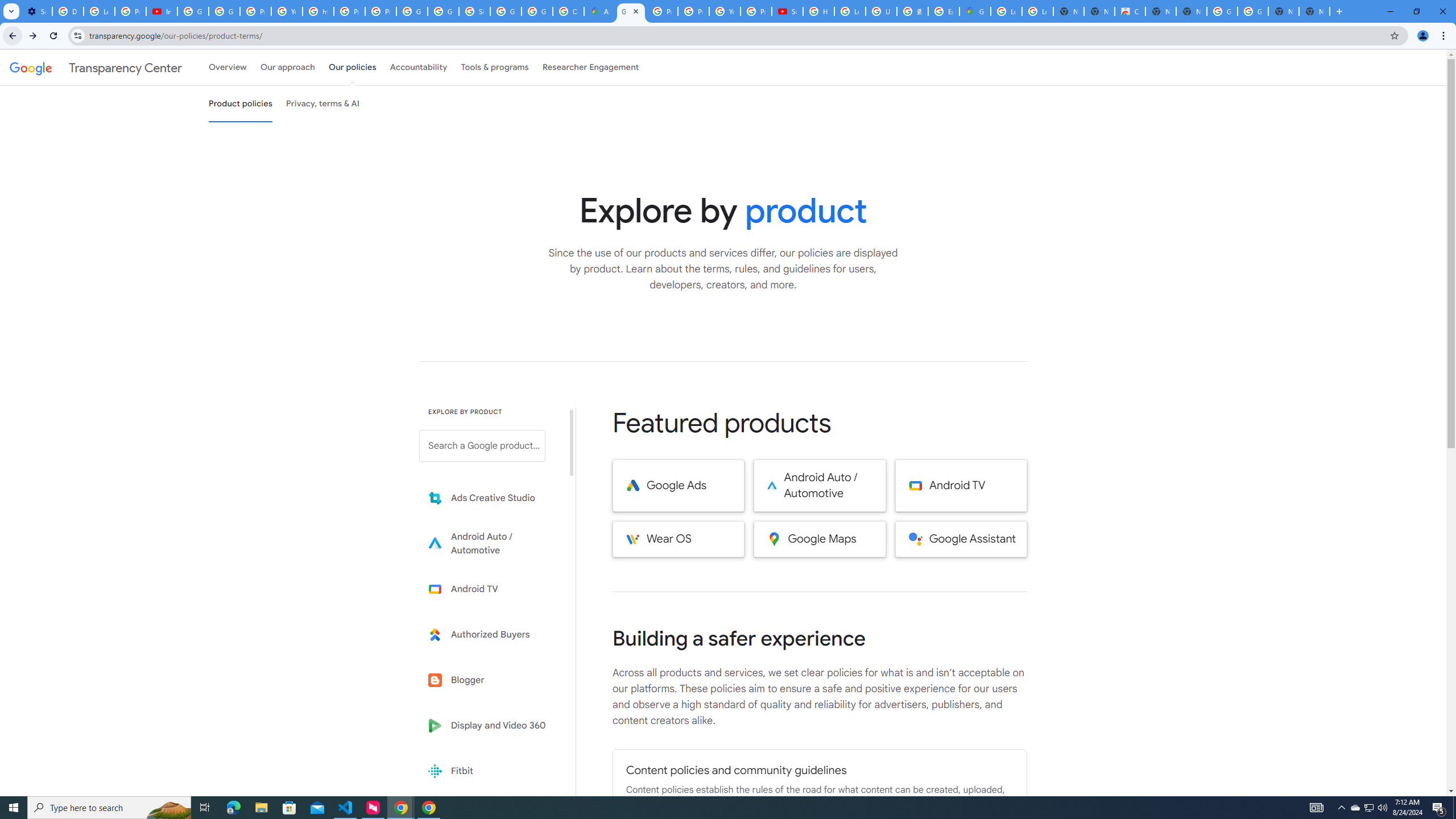 This screenshot has width=1456, height=819. Describe the element at coordinates (724, 11) in the screenshot. I see `'YouTube'` at that location.